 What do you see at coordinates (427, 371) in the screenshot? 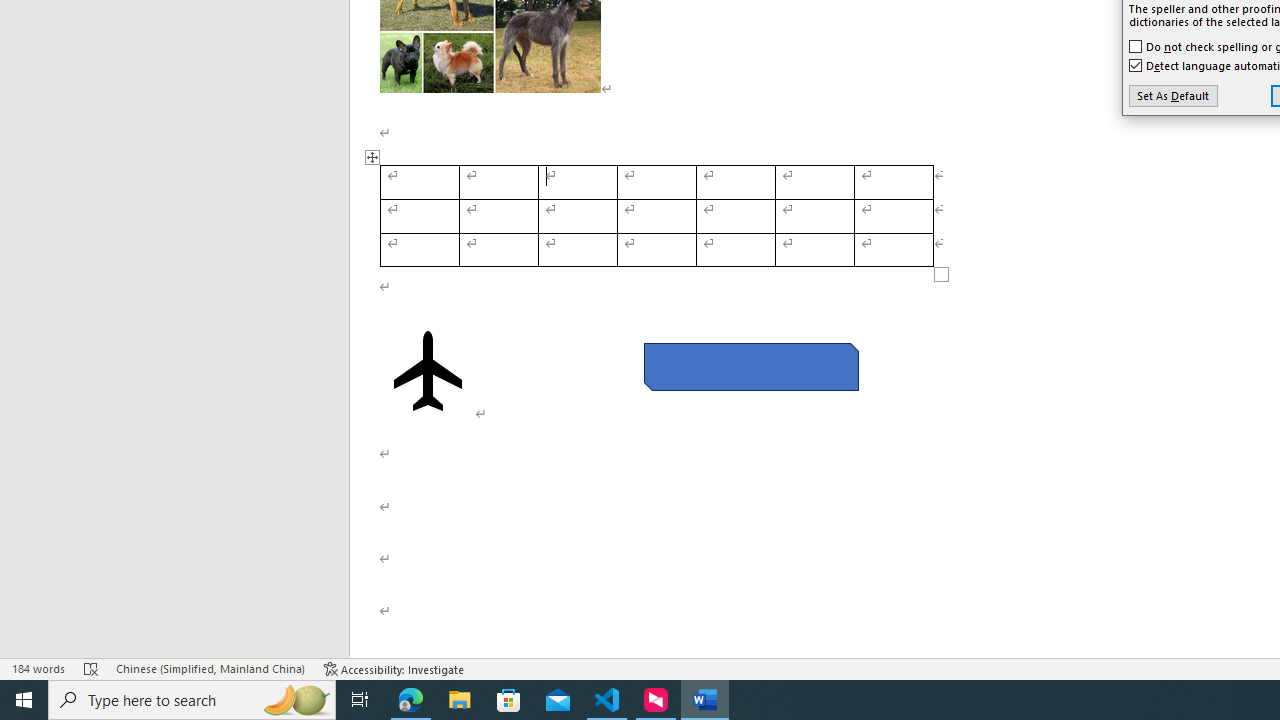
I see `'Airplane with solid fill'` at bounding box center [427, 371].